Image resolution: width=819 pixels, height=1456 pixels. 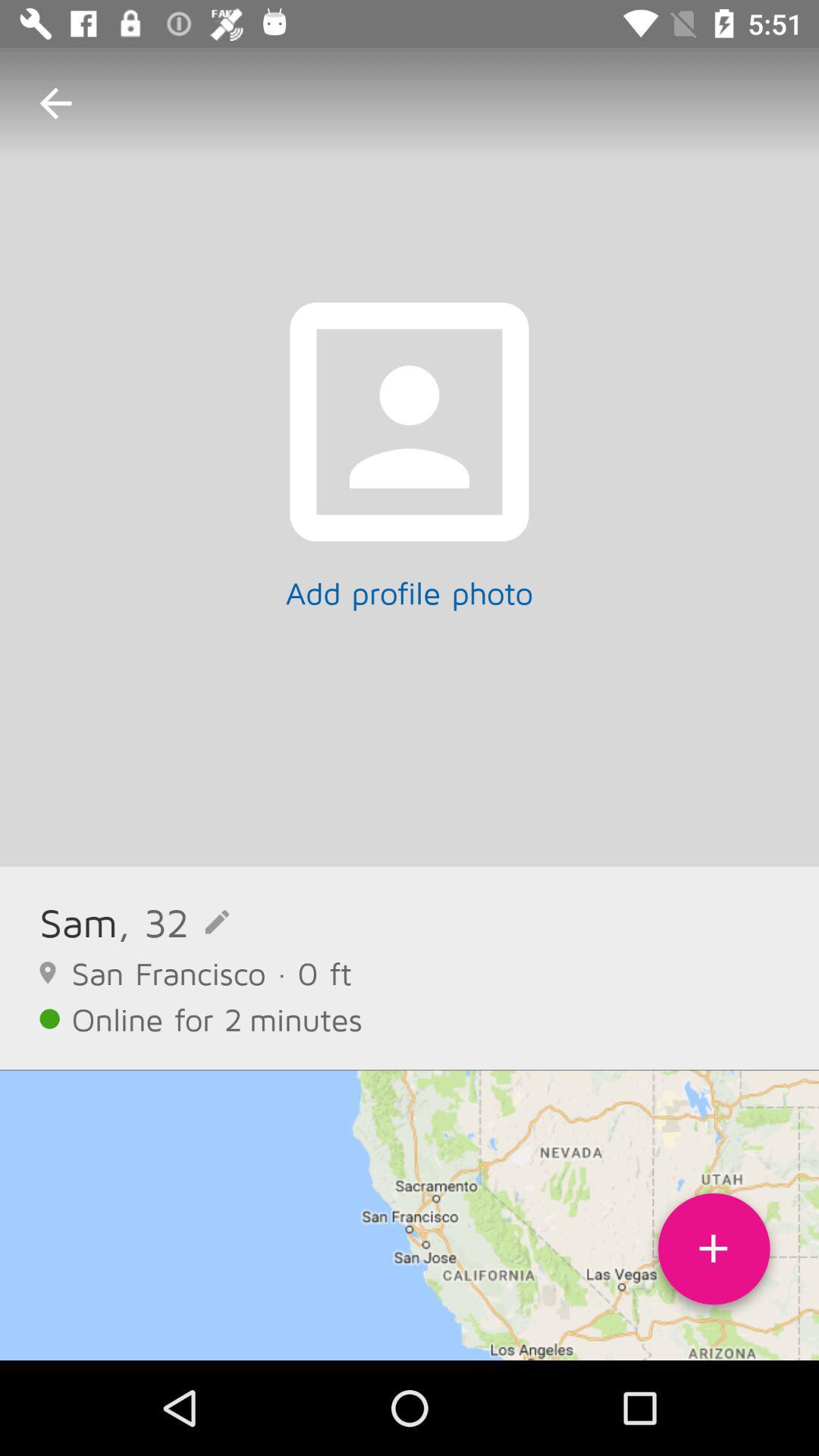 What do you see at coordinates (714, 1254) in the screenshot?
I see `zoom in` at bounding box center [714, 1254].